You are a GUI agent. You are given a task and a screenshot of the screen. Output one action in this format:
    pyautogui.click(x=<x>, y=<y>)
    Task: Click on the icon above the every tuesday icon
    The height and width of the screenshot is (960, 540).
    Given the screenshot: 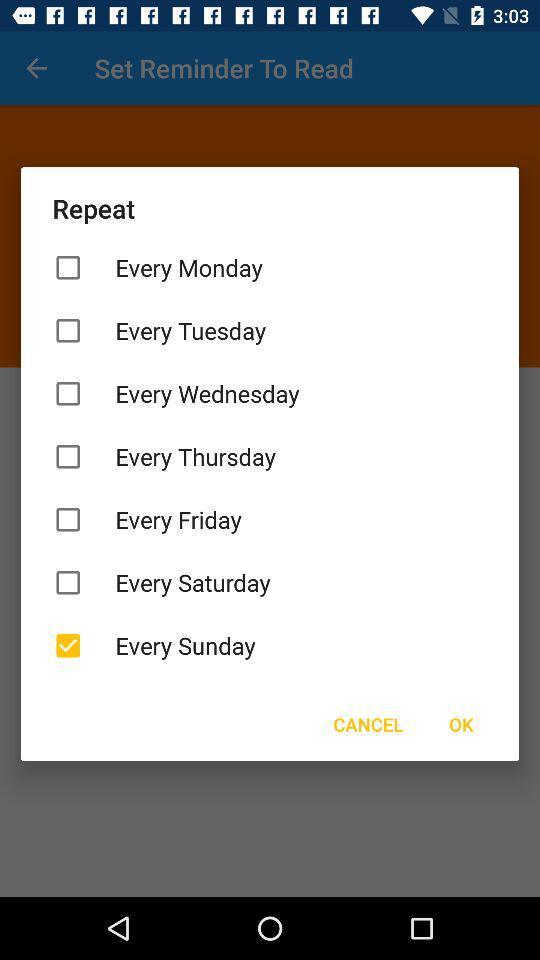 What is the action you would take?
    pyautogui.click(x=270, y=266)
    